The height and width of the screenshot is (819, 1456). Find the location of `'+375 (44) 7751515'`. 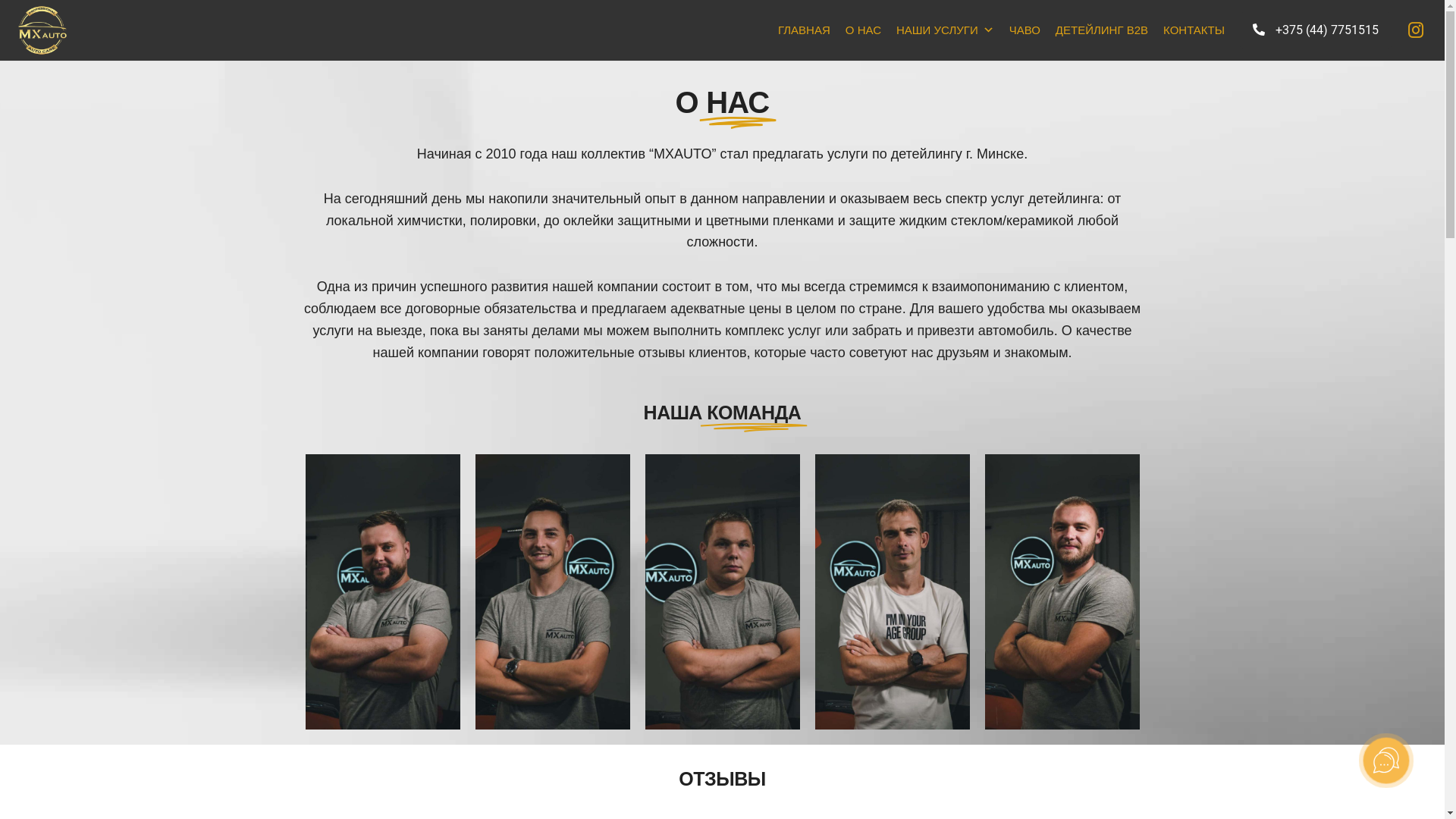

'+375 (44) 7751515' is located at coordinates (1314, 29).